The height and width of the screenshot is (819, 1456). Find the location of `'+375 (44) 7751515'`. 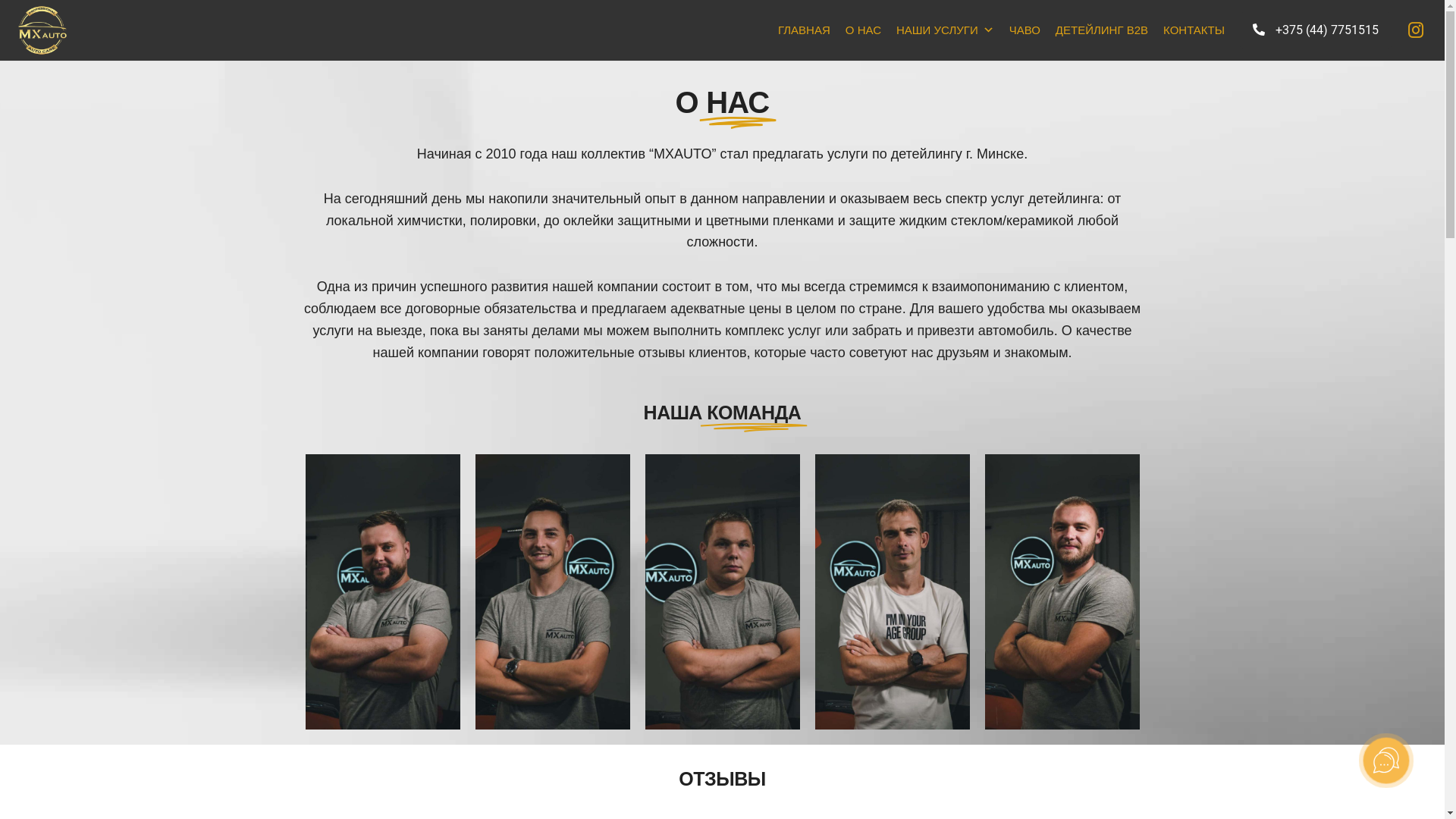

'+375 (44) 7751515' is located at coordinates (1314, 29).